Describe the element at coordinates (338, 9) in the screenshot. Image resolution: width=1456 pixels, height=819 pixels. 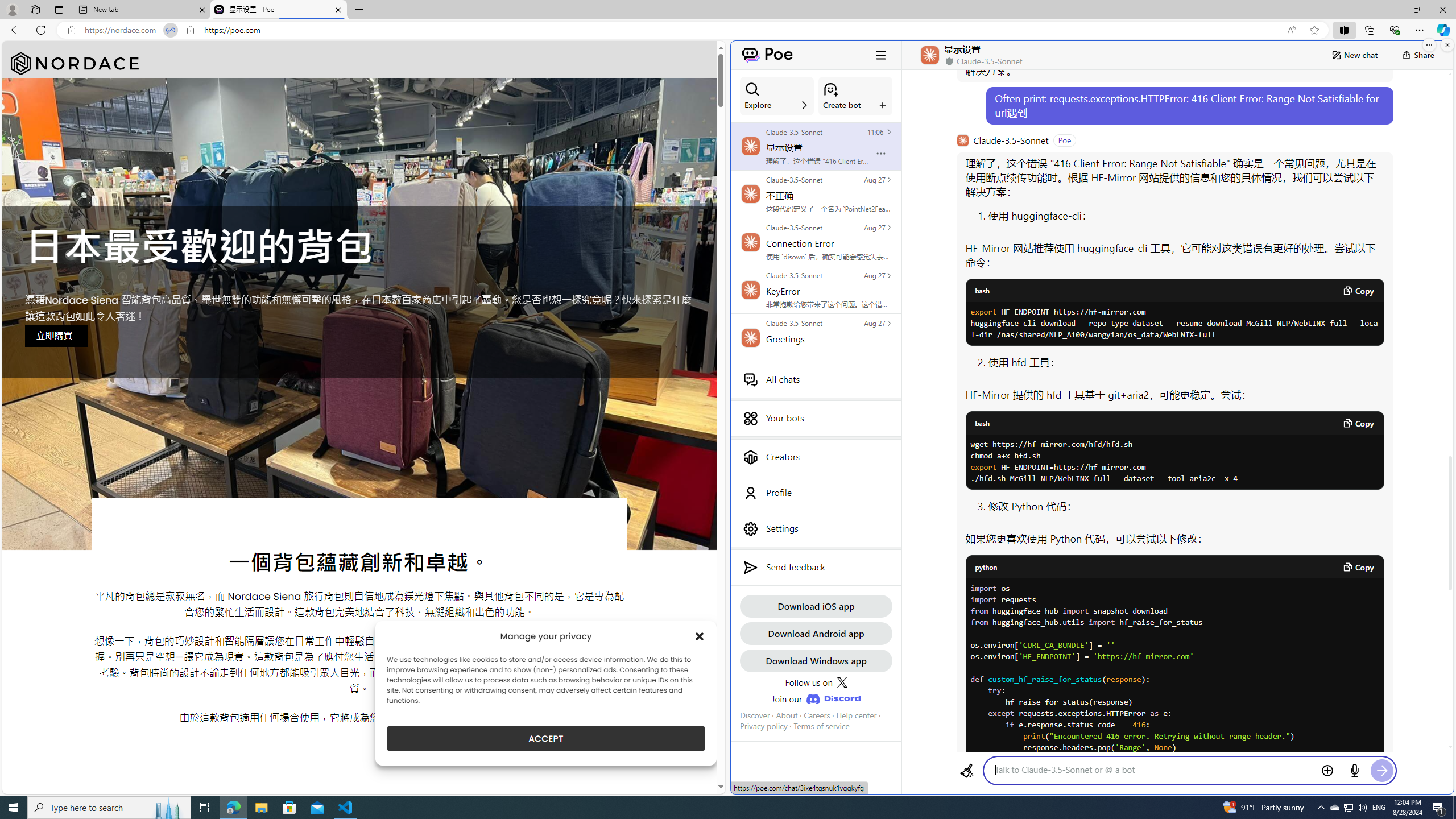
I see `'Close tab'` at that location.